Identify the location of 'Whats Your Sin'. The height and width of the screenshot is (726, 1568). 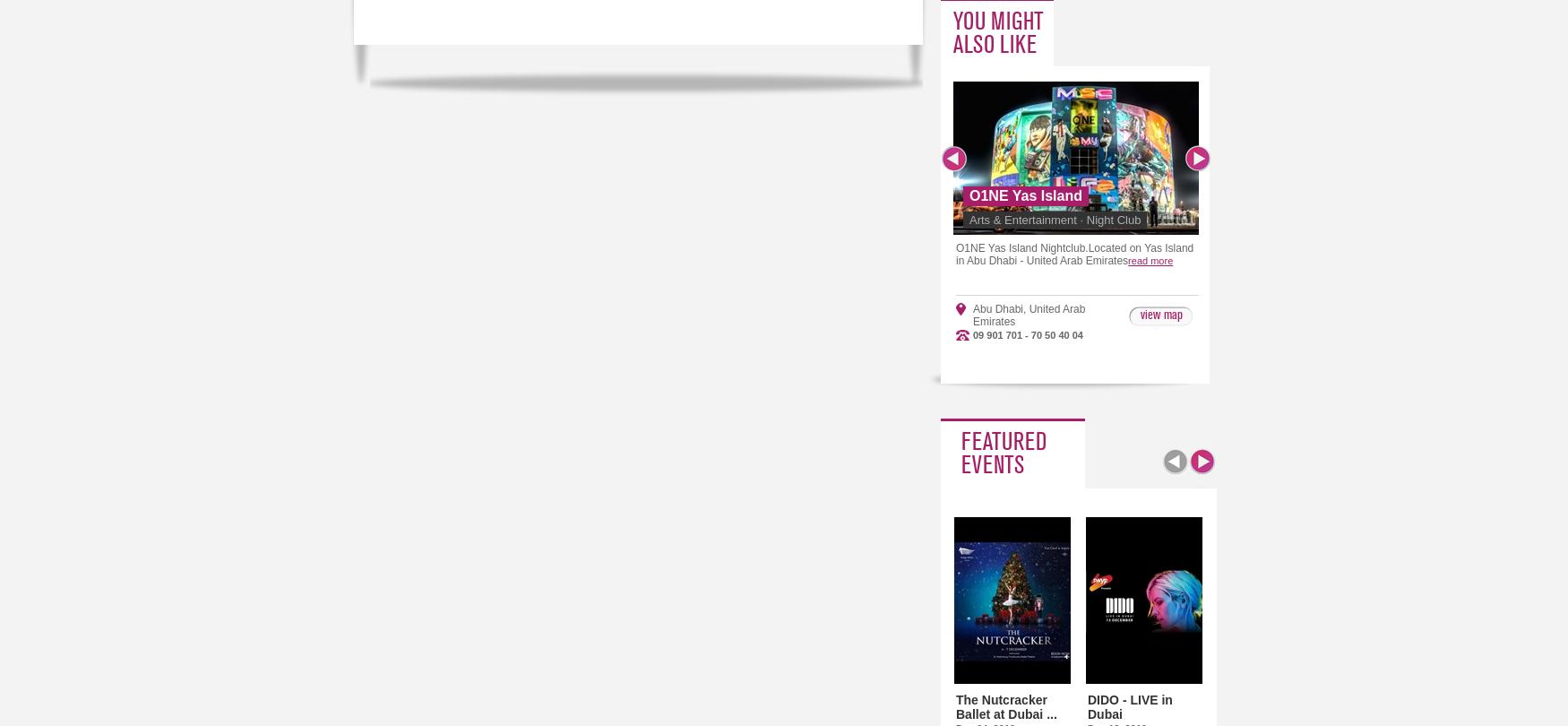
(1499, 219).